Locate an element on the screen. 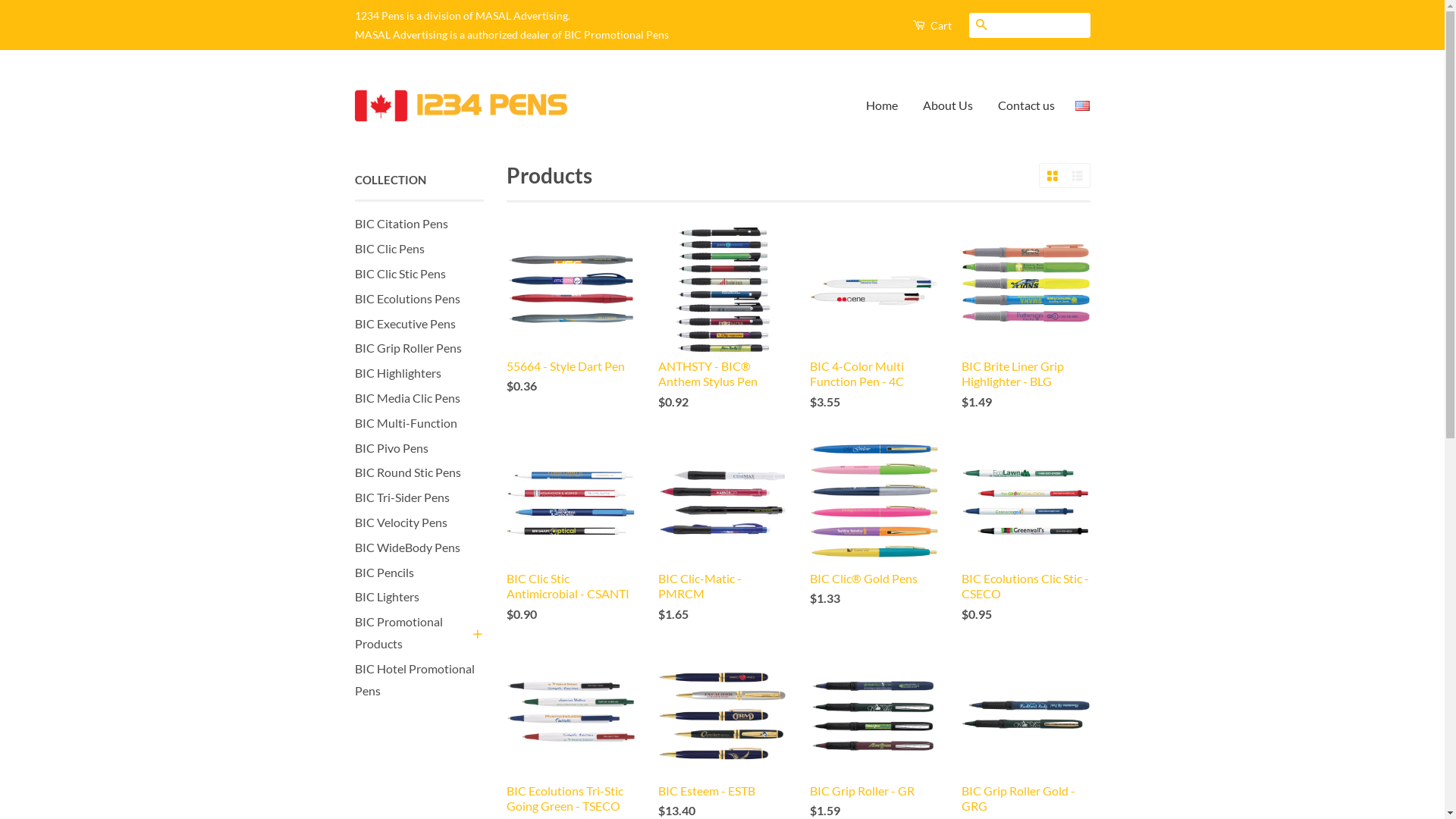 This screenshot has width=1456, height=819. 'Home' is located at coordinates (866, 105).